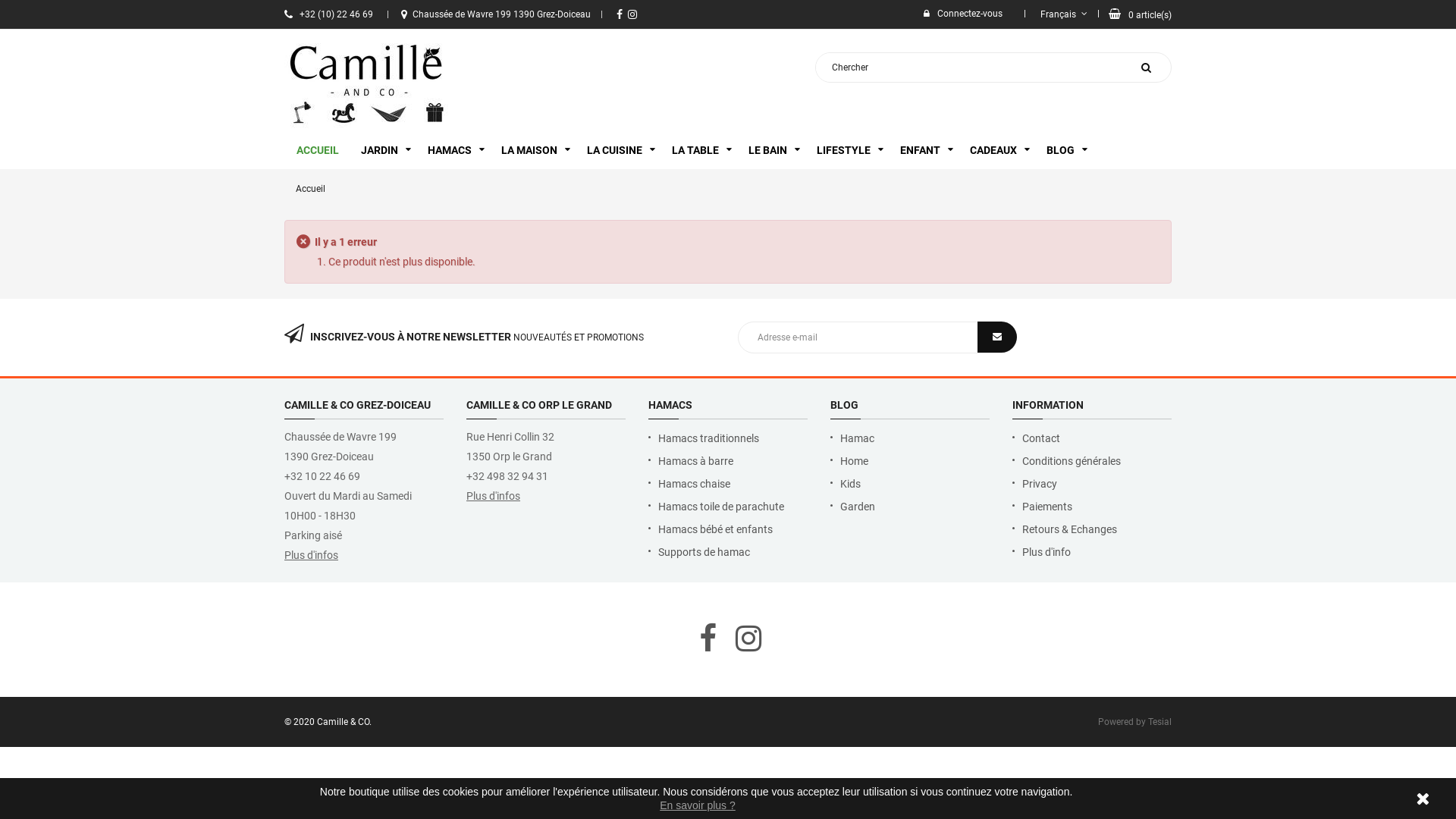 This screenshot has width=1456, height=819. I want to click on 'Home', so click(910, 460).